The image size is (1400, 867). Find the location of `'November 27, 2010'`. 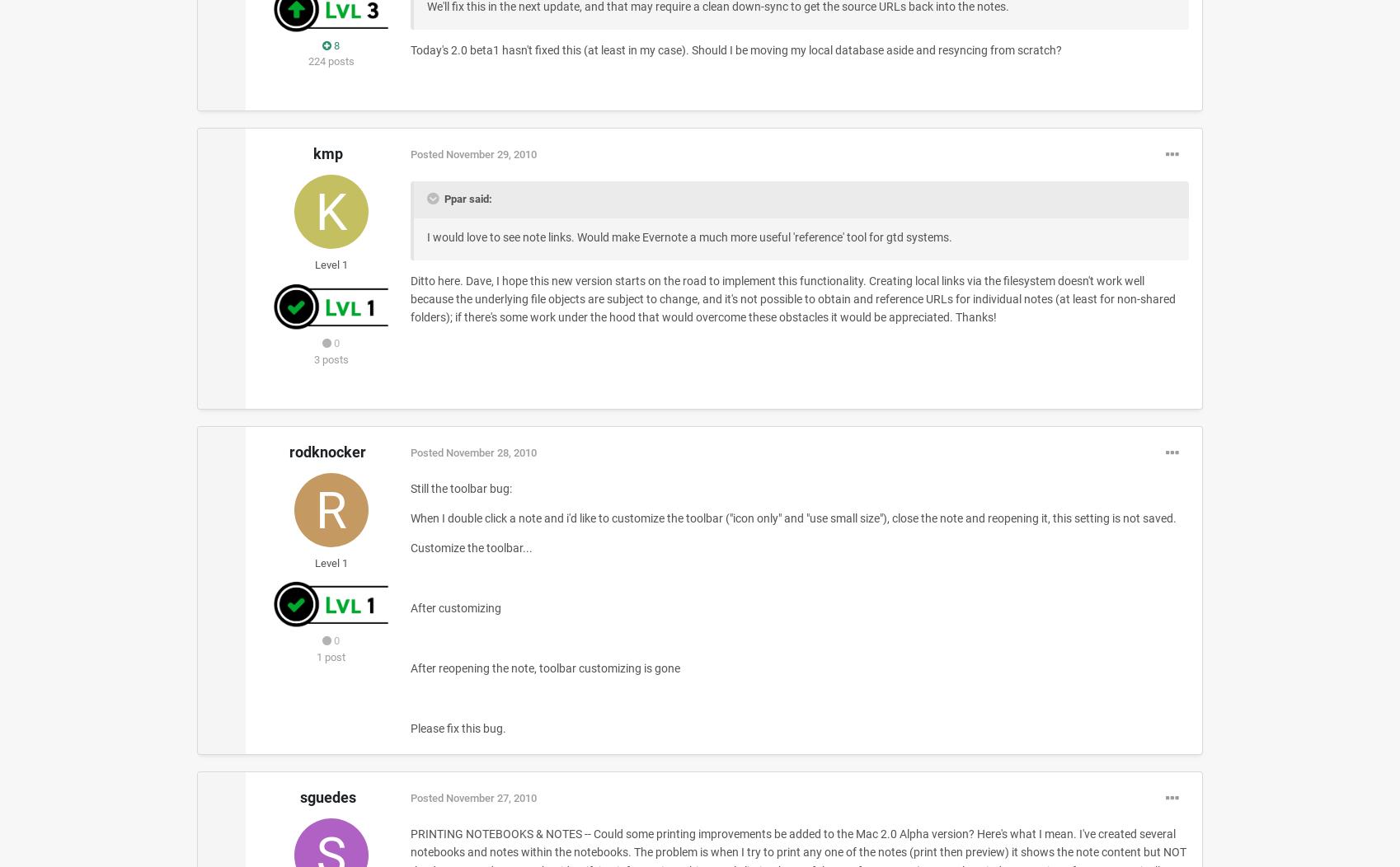

'November 27, 2010' is located at coordinates (490, 798).